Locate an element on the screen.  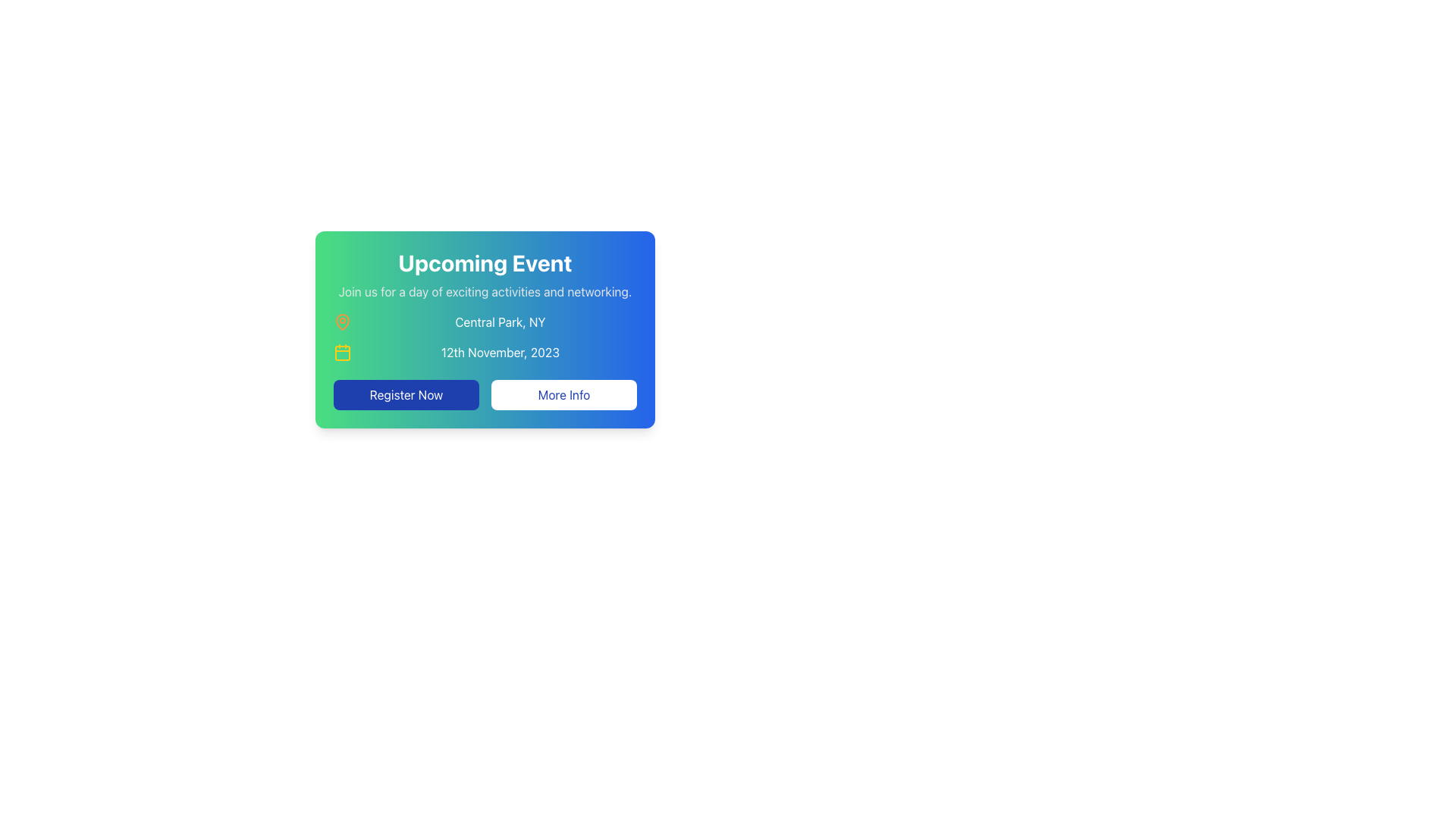
the static text element that provides contextual information about the event, located below the activities text and above the date within the 'Upcoming Event' card is located at coordinates (484, 321).